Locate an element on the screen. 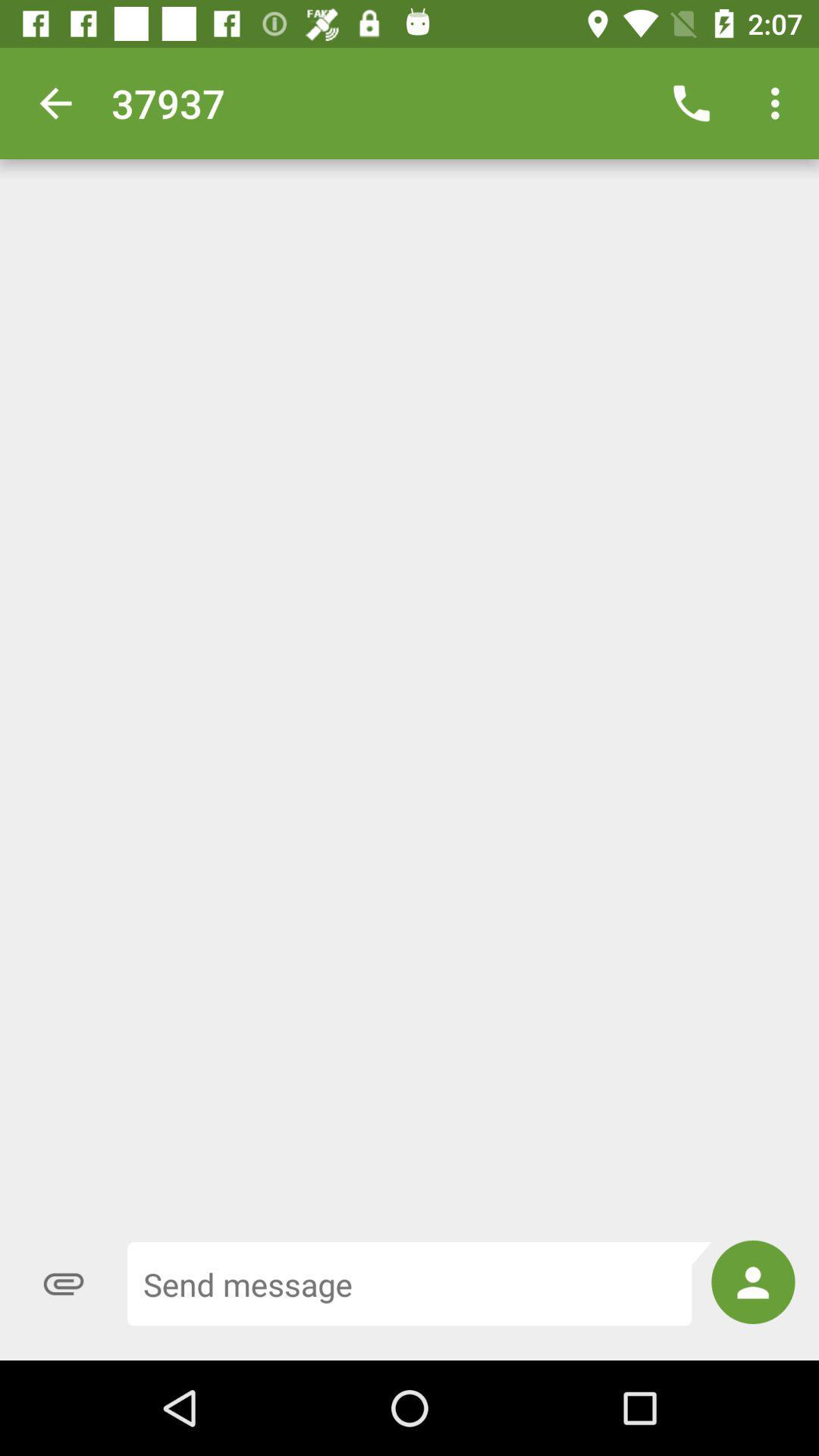 This screenshot has height=1456, width=819. the avatar icon is located at coordinates (753, 1281).